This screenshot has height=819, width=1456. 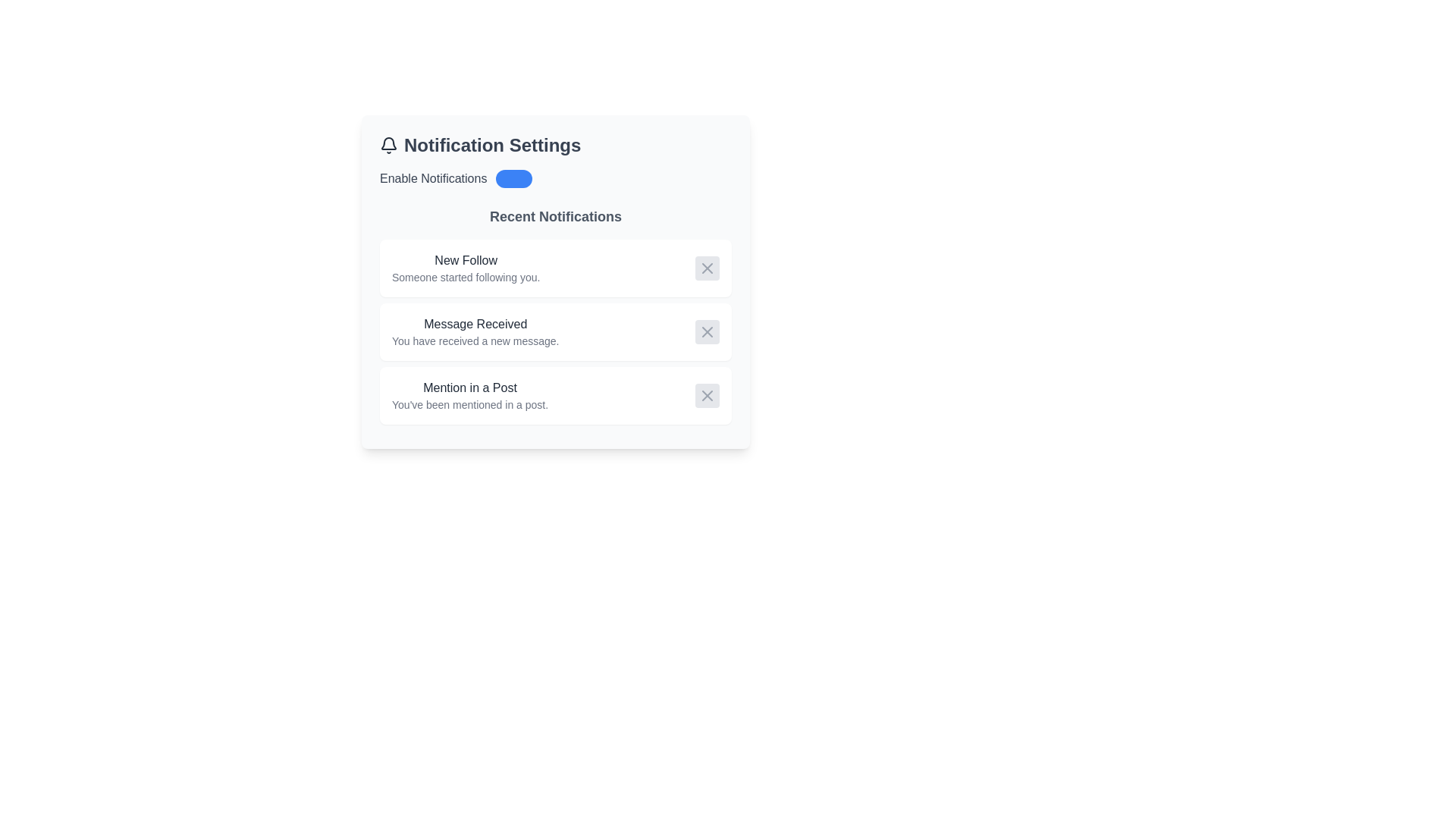 I want to click on the bell icon representing notifications, located beside the 'Notification Settings' text in the header section, so click(x=389, y=146).